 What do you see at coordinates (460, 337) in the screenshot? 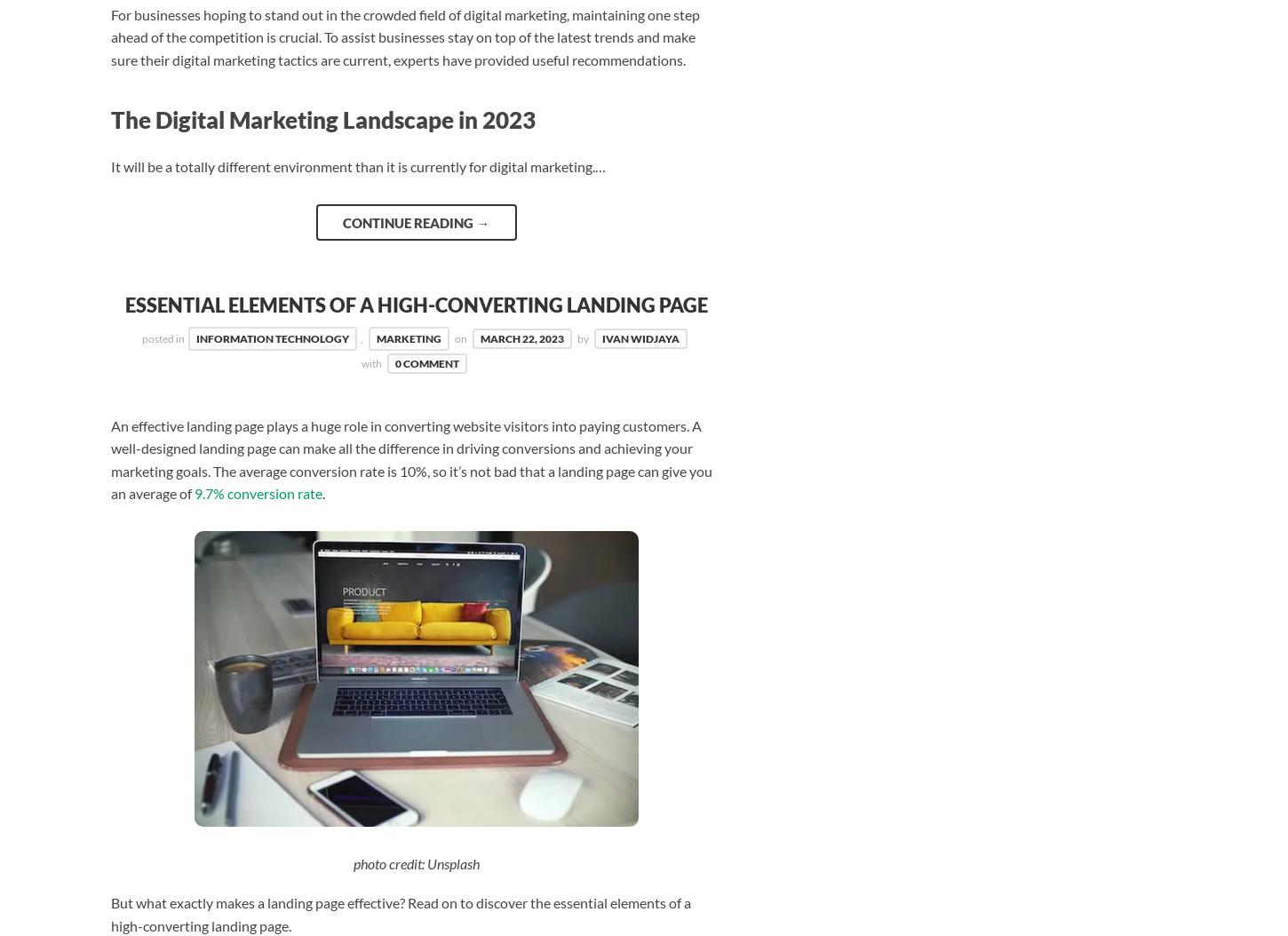
I see `'on'` at bounding box center [460, 337].